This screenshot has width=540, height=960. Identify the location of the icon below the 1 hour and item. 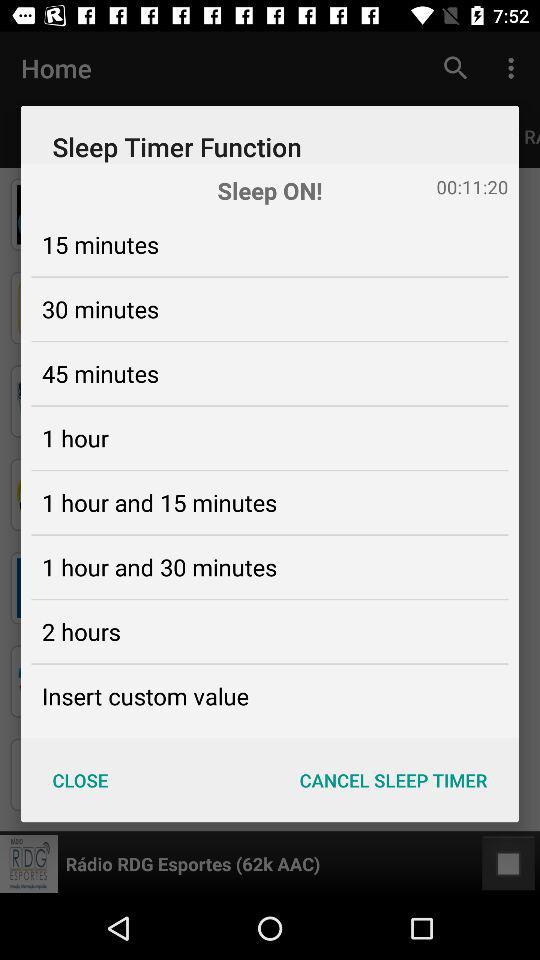
(80, 630).